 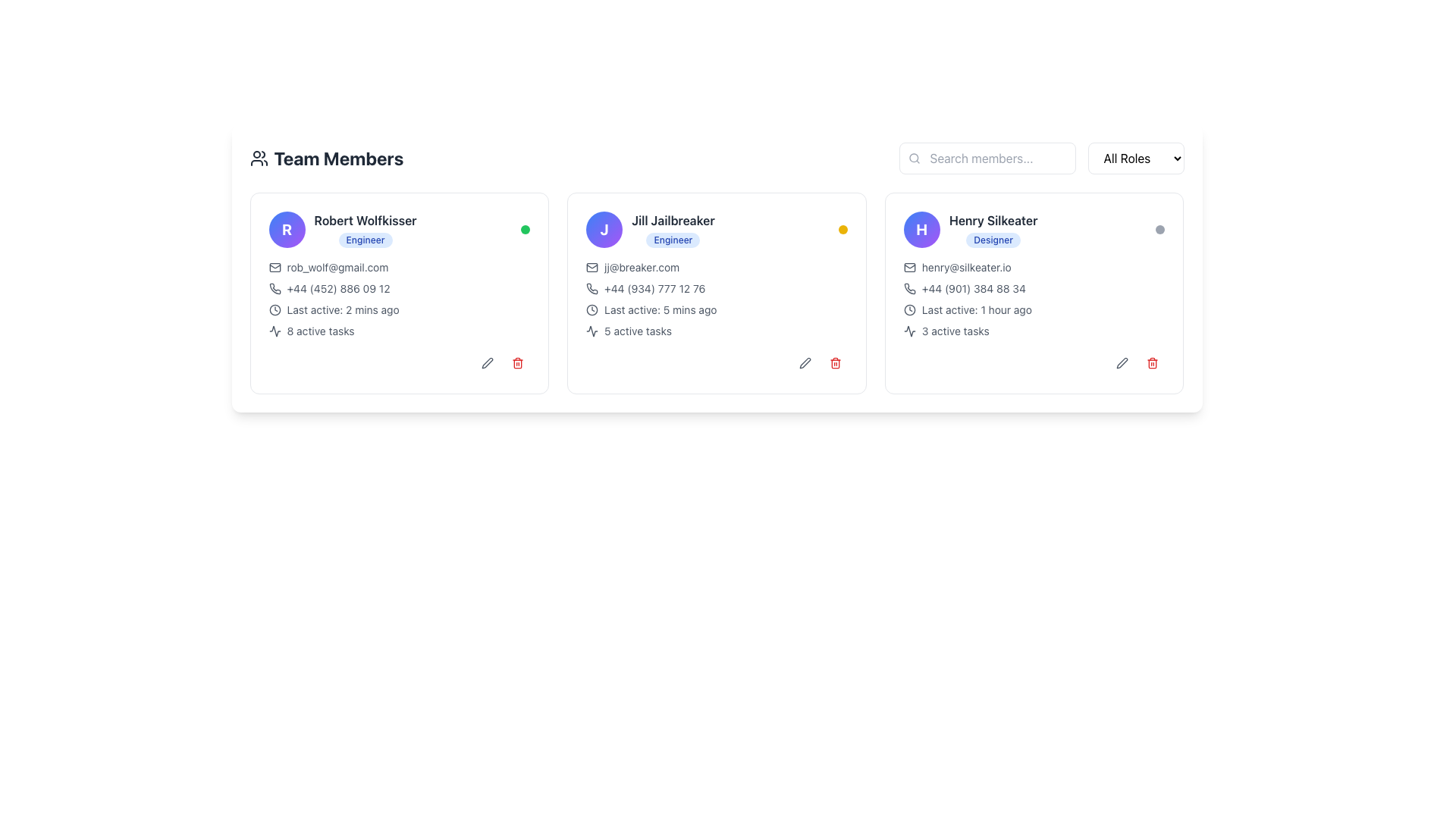 I want to click on the small rounded button with a pen icon in the 'Team Members' section, specifically in Henry Silkeater's card, to trigger the background color change, so click(x=1122, y=362).